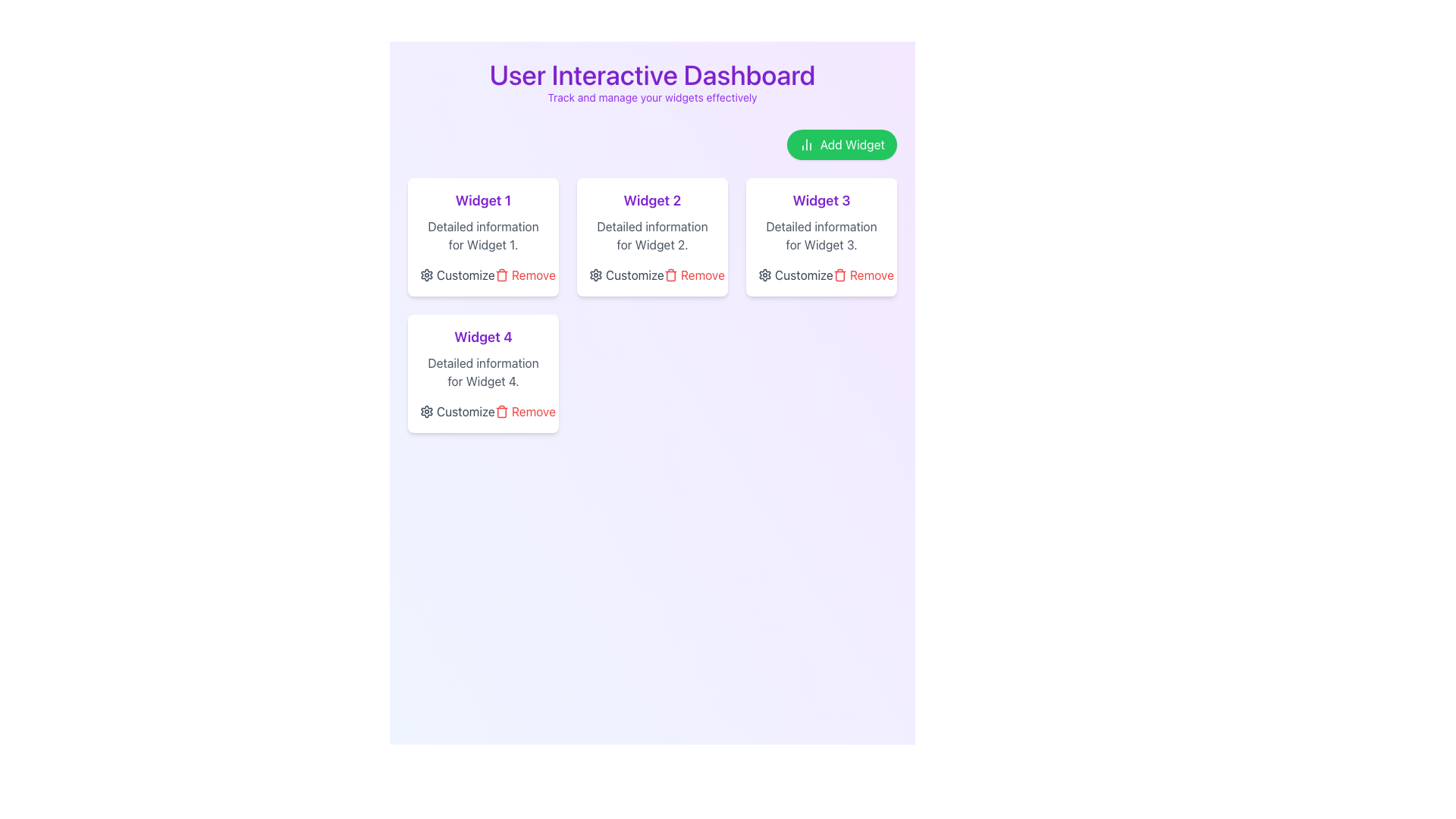 This screenshot has height=819, width=1456. What do you see at coordinates (863, 275) in the screenshot?
I see `the second Interactive Link in the options panel of the 'Widget 3' content box` at bounding box center [863, 275].